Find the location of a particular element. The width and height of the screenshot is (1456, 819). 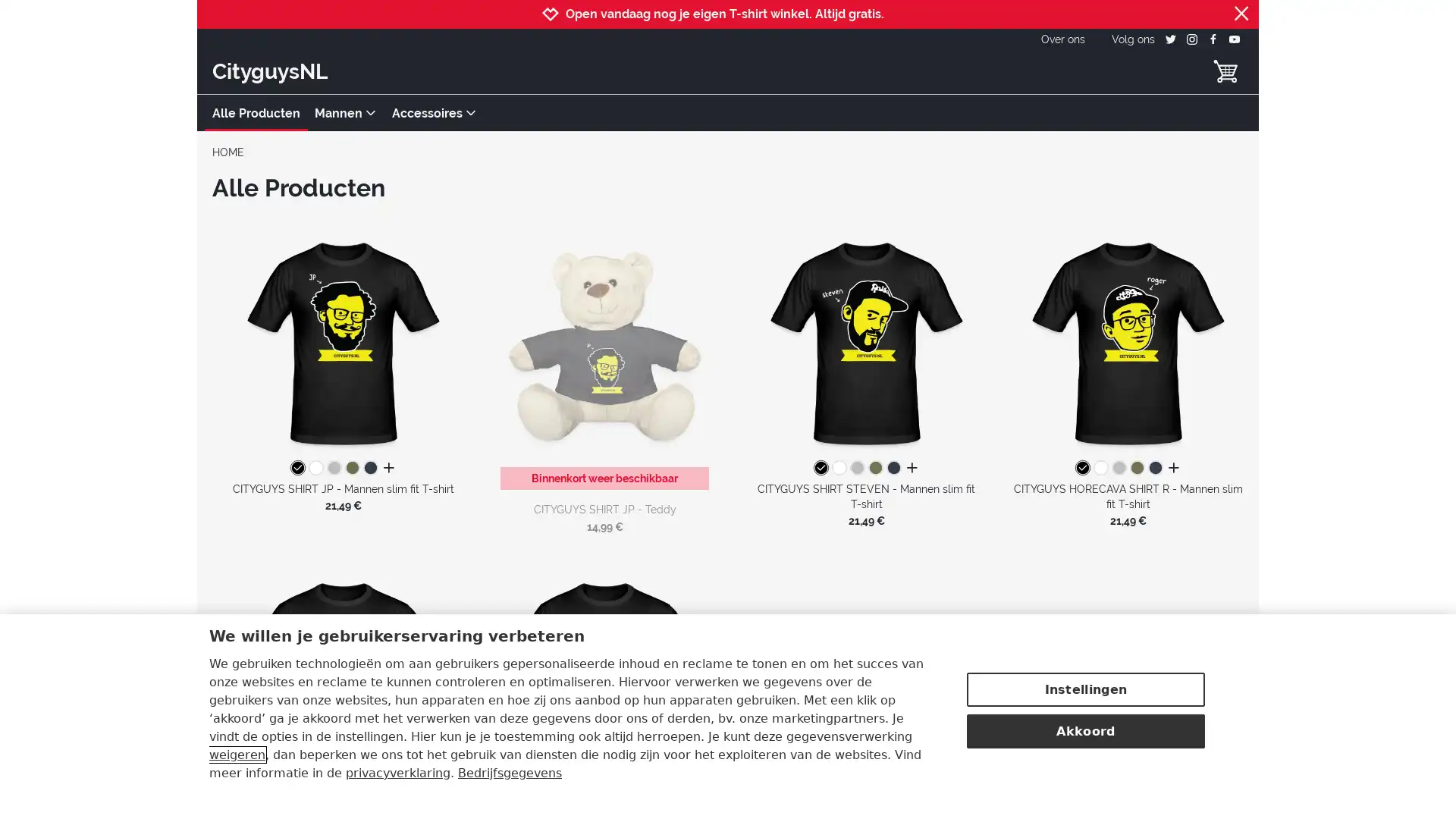

navy is located at coordinates (893, 468).